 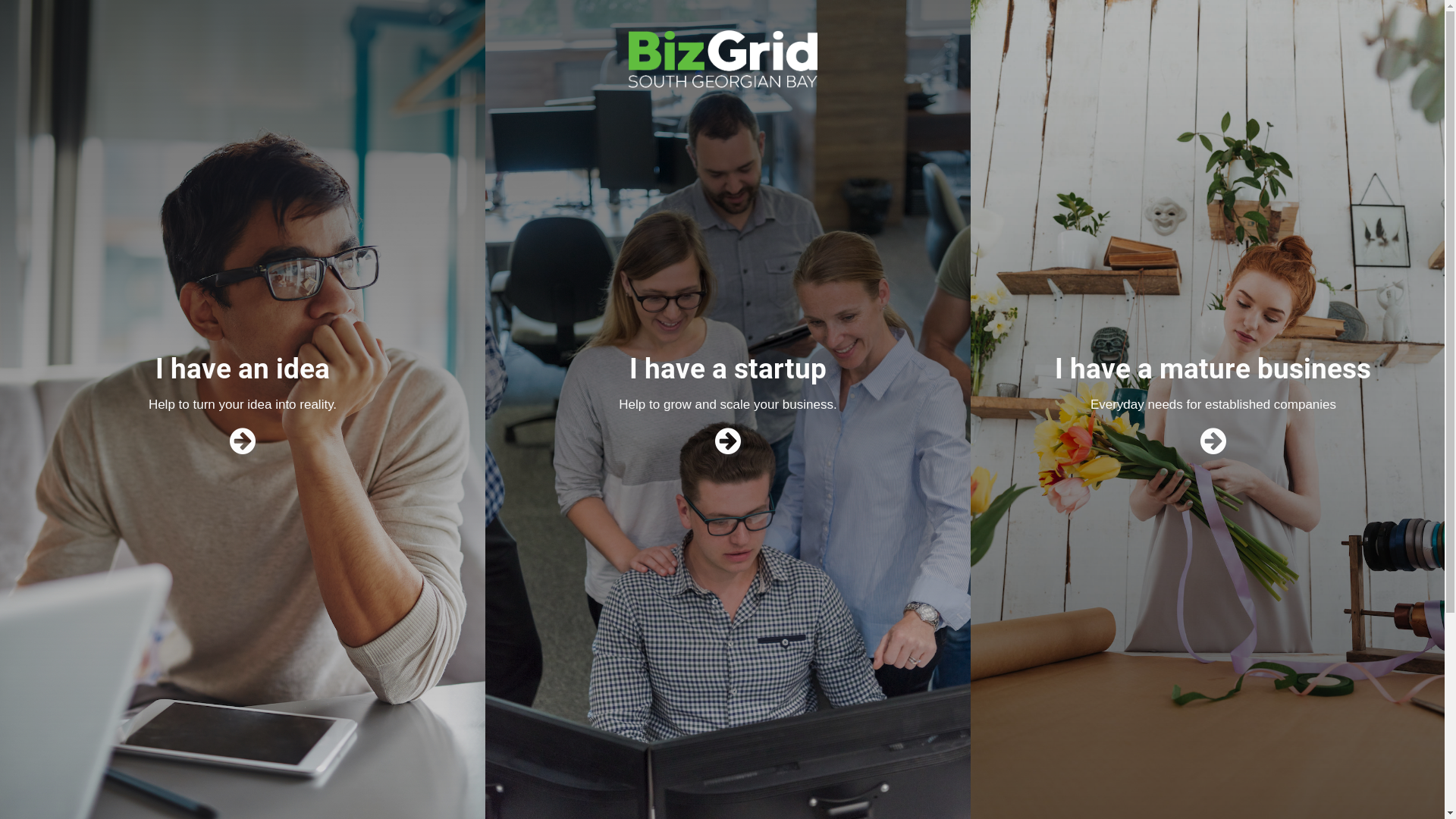 I want to click on 'I have a mature business', so click(x=1212, y=369).